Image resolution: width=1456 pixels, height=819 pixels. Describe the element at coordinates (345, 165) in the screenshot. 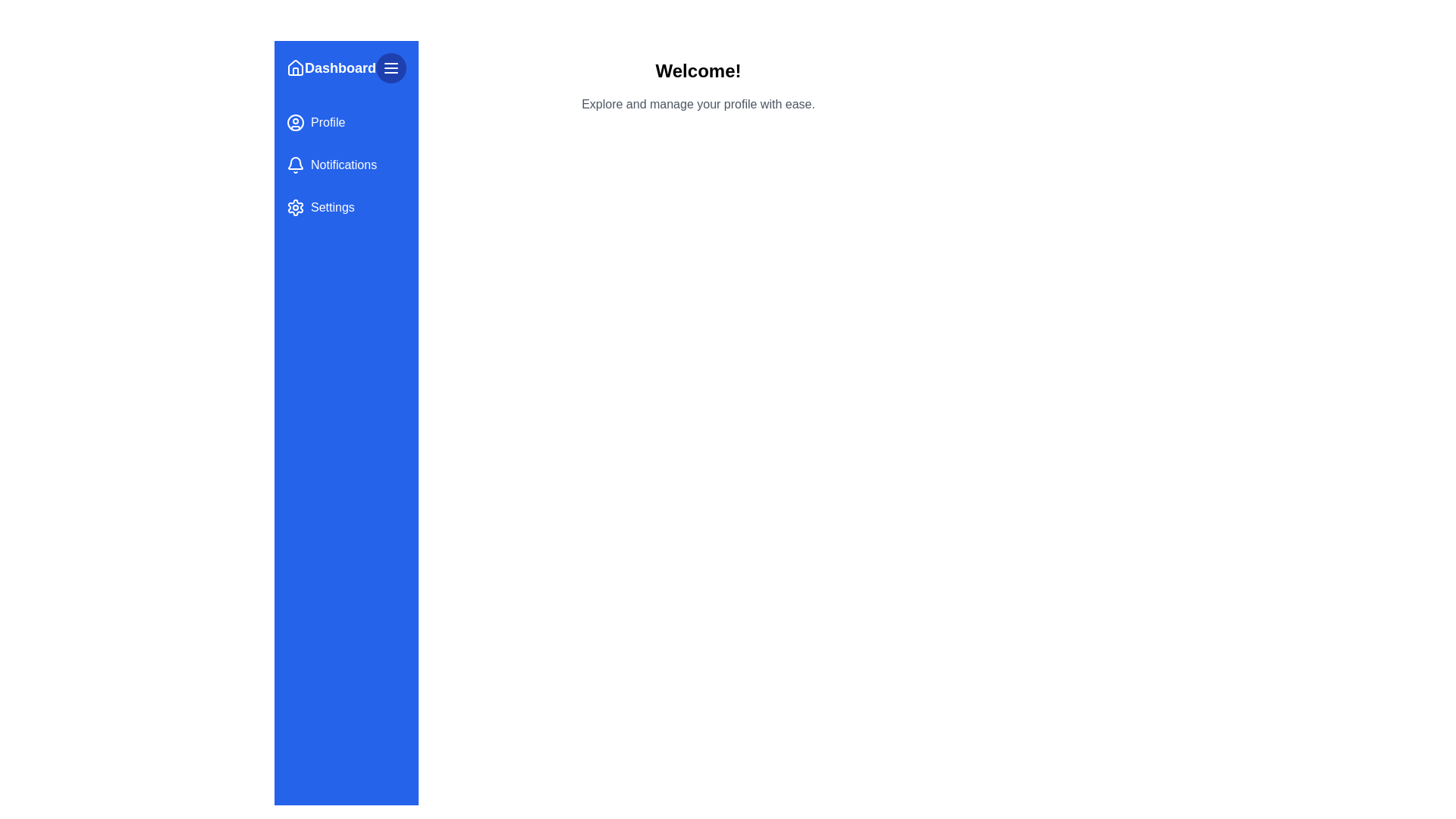

I see `the Notifications menu item located in the middle section of the vertical menu on the left side of the interface, positioned below the 'Profile' menu item and above the 'Settings' menu item` at that location.